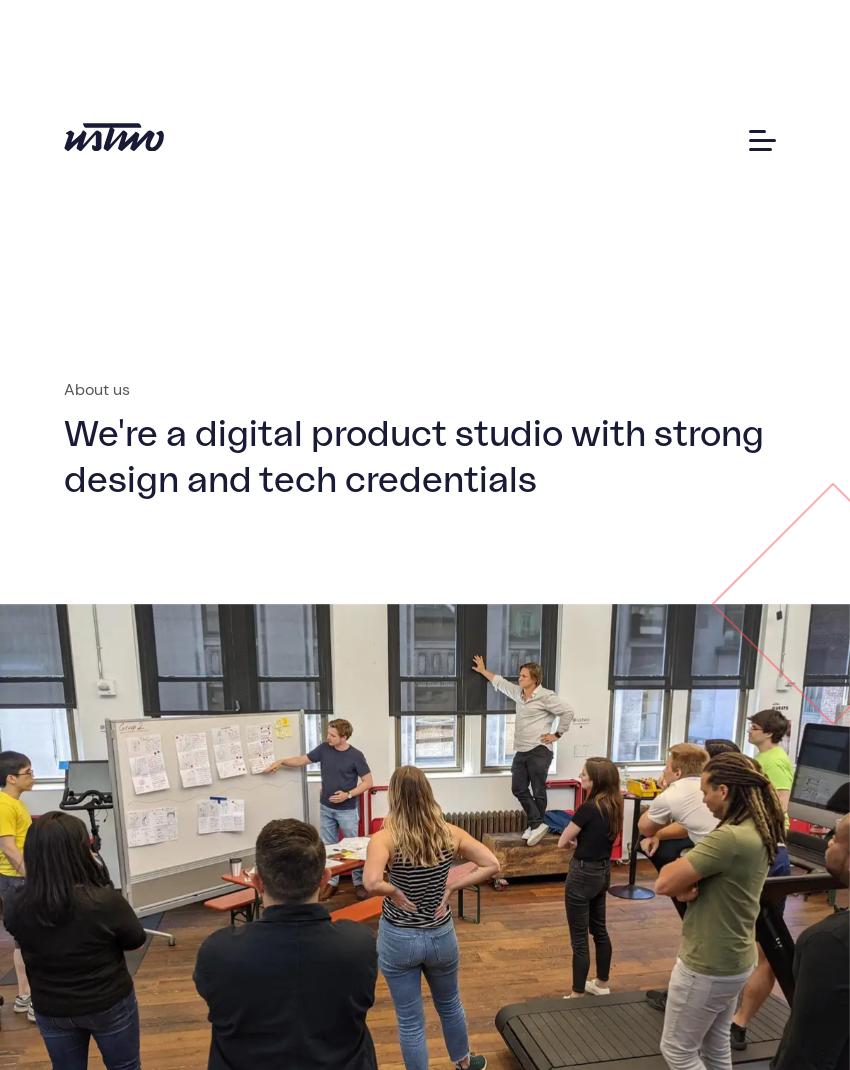 This screenshot has width=850, height=1070. I want to click on 'About us', so click(94, 388).